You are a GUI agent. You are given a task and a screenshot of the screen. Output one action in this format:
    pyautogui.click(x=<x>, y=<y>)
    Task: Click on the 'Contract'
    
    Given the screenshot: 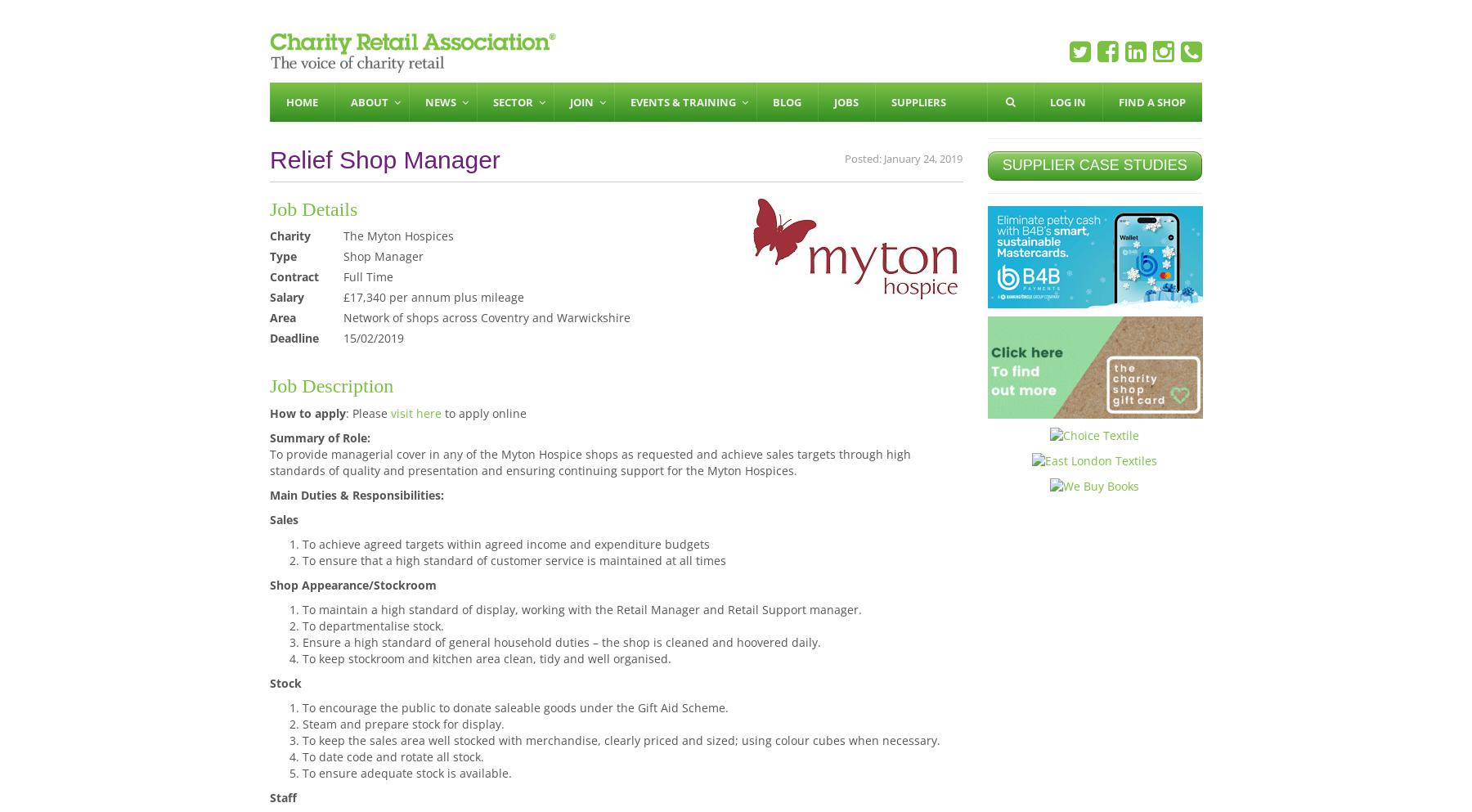 What is the action you would take?
    pyautogui.click(x=294, y=276)
    